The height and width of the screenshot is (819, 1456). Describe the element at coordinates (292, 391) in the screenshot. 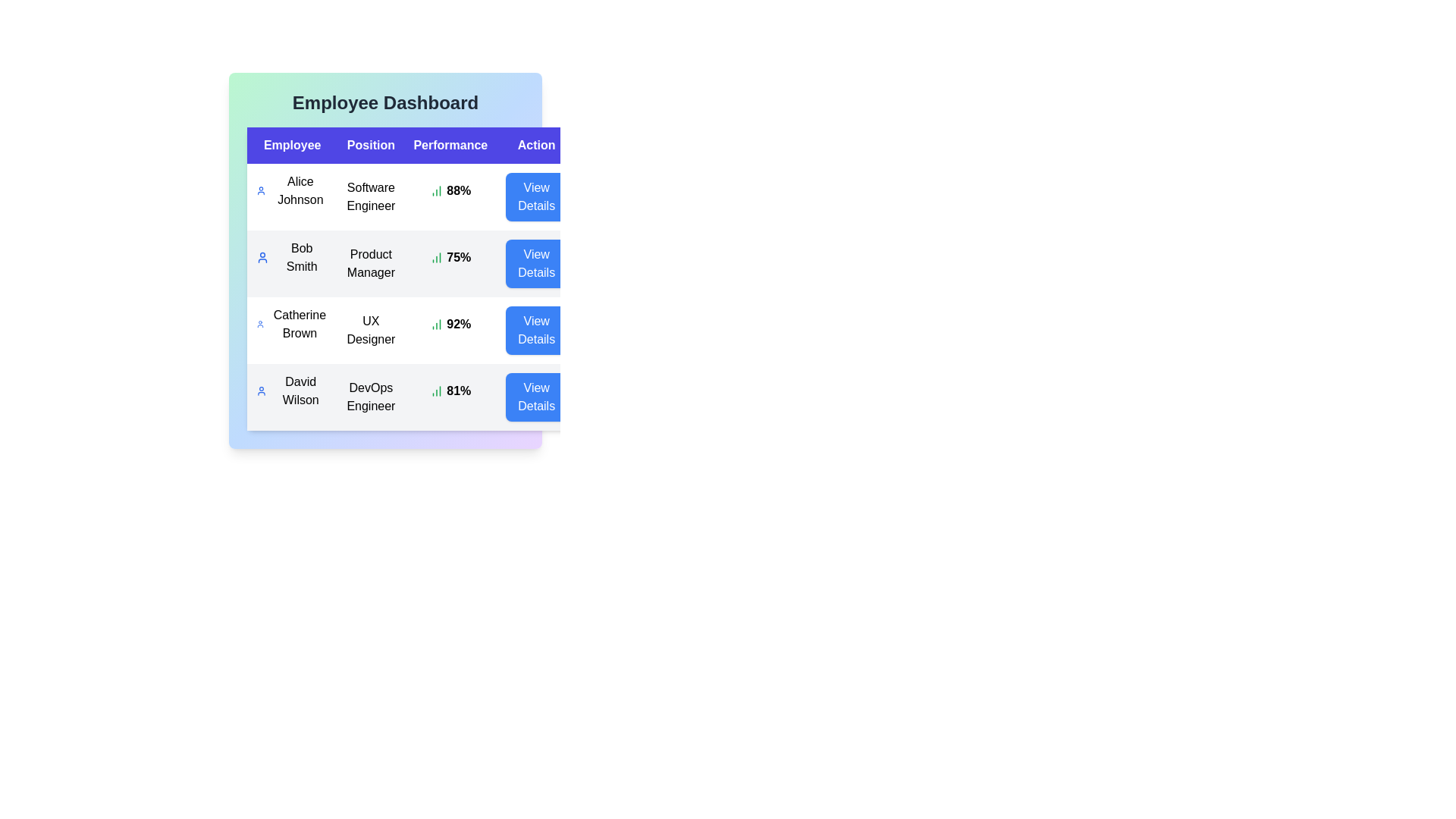

I see `the David Wilson row to observe potential tooltips or visual feedback` at that location.